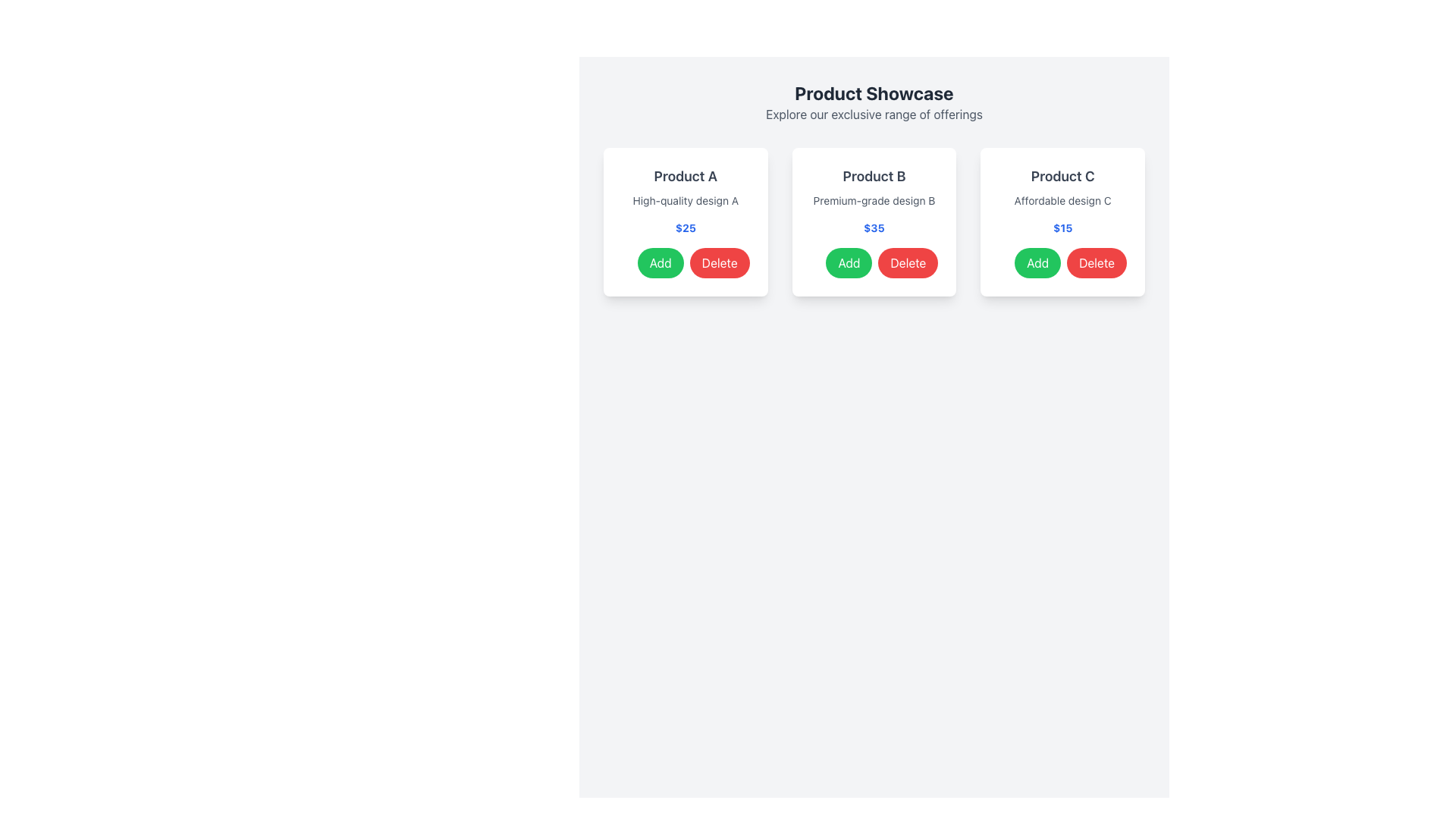 The width and height of the screenshot is (1456, 819). What do you see at coordinates (1097, 262) in the screenshot?
I see `the delete button located in the lower right corner of the card for Product C` at bounding box center [1097, 262].